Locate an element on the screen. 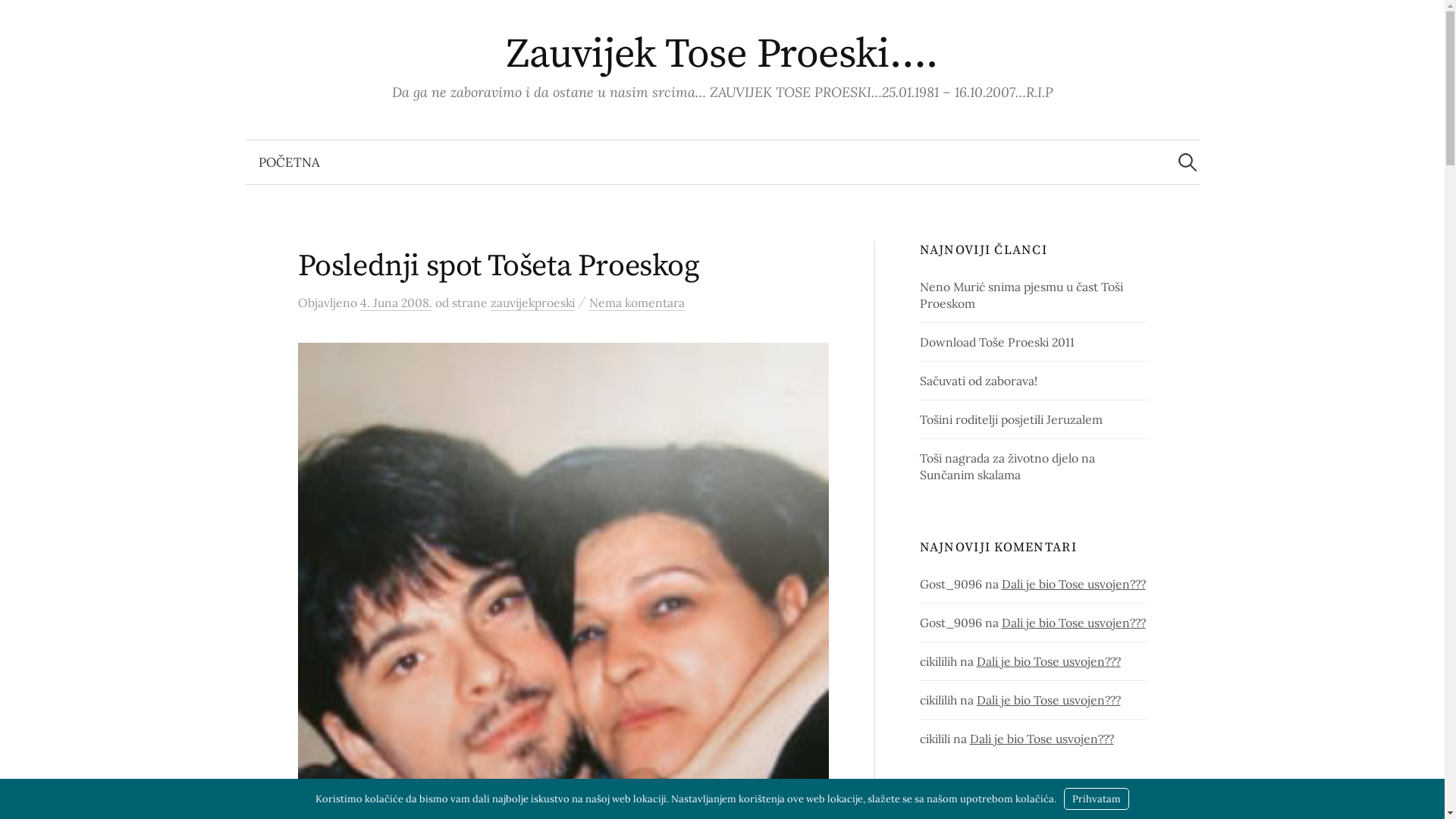 The image size is (1456, 819). '4. Juna 2008.' is located at coordinates (395, 303).